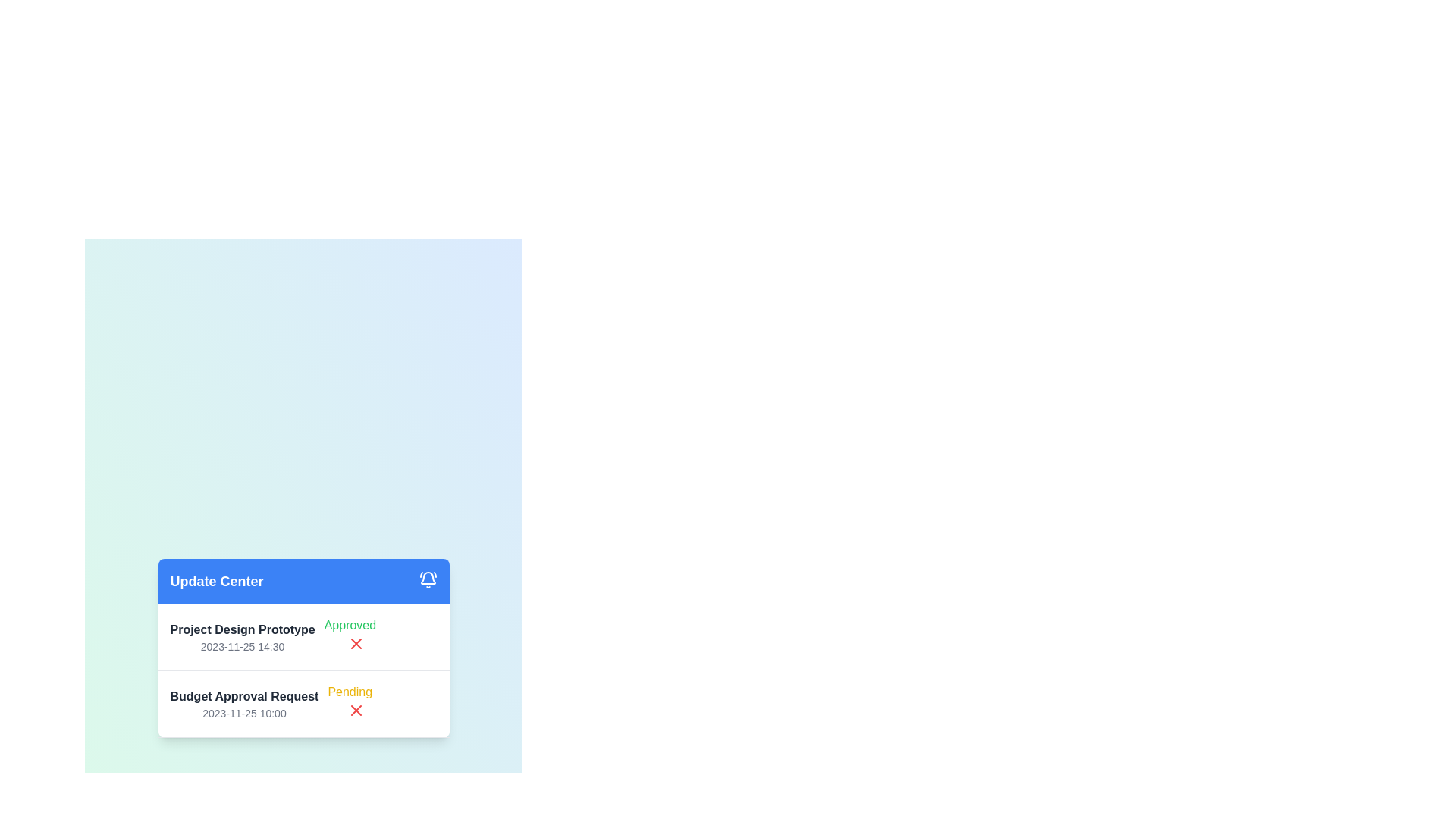 The height and width of the screenshot is (819, 1456). What do you see at coordinates (355, 643) in the screenshot?
I see `the close button located immediately to the right of the 'Approved' green text` at bounding box center [355, 643].